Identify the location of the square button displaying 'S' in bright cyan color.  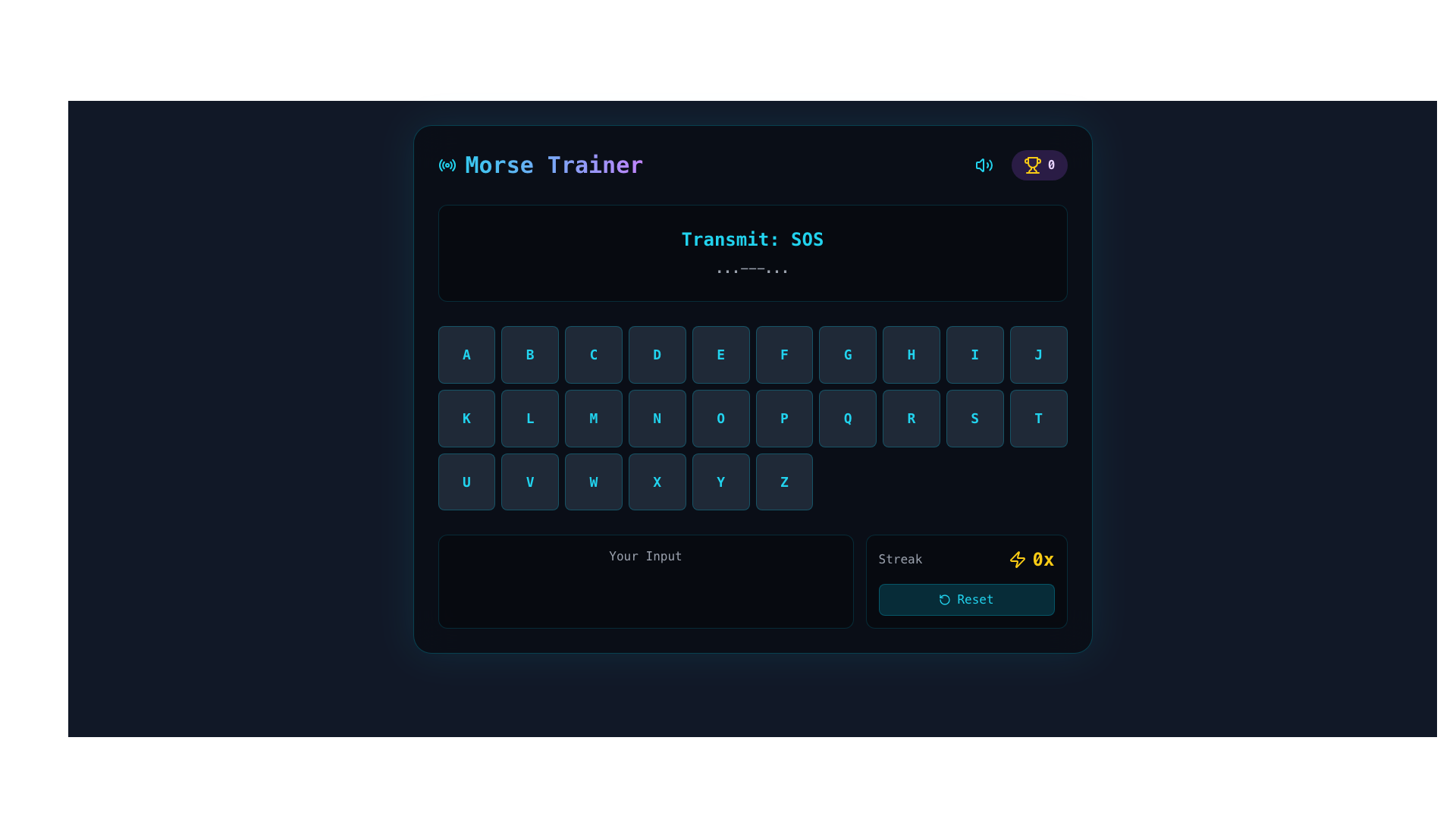
(974, 418).